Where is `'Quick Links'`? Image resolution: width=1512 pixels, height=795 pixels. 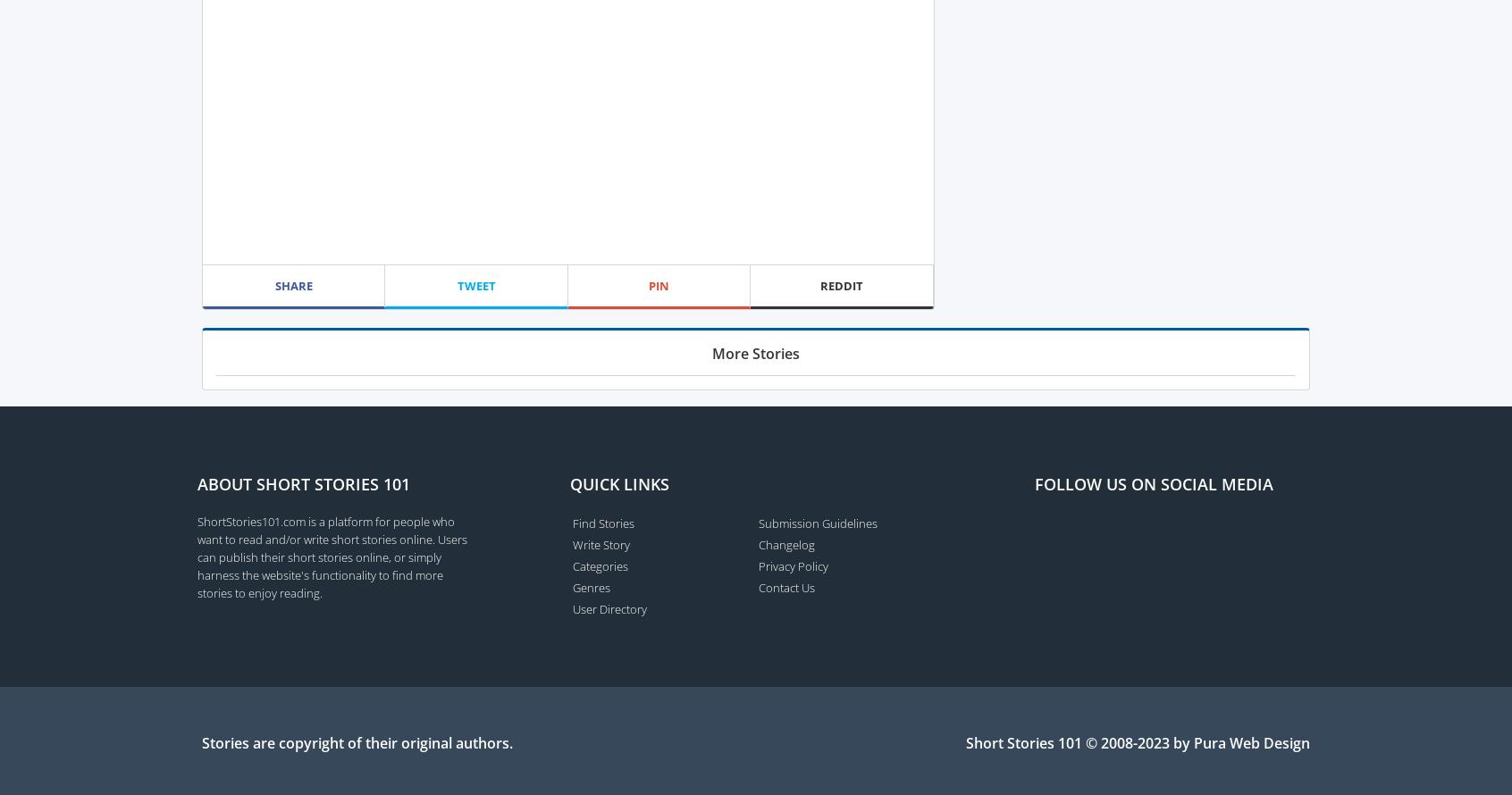
'Quick Links' is located at coordinates (569, 482).